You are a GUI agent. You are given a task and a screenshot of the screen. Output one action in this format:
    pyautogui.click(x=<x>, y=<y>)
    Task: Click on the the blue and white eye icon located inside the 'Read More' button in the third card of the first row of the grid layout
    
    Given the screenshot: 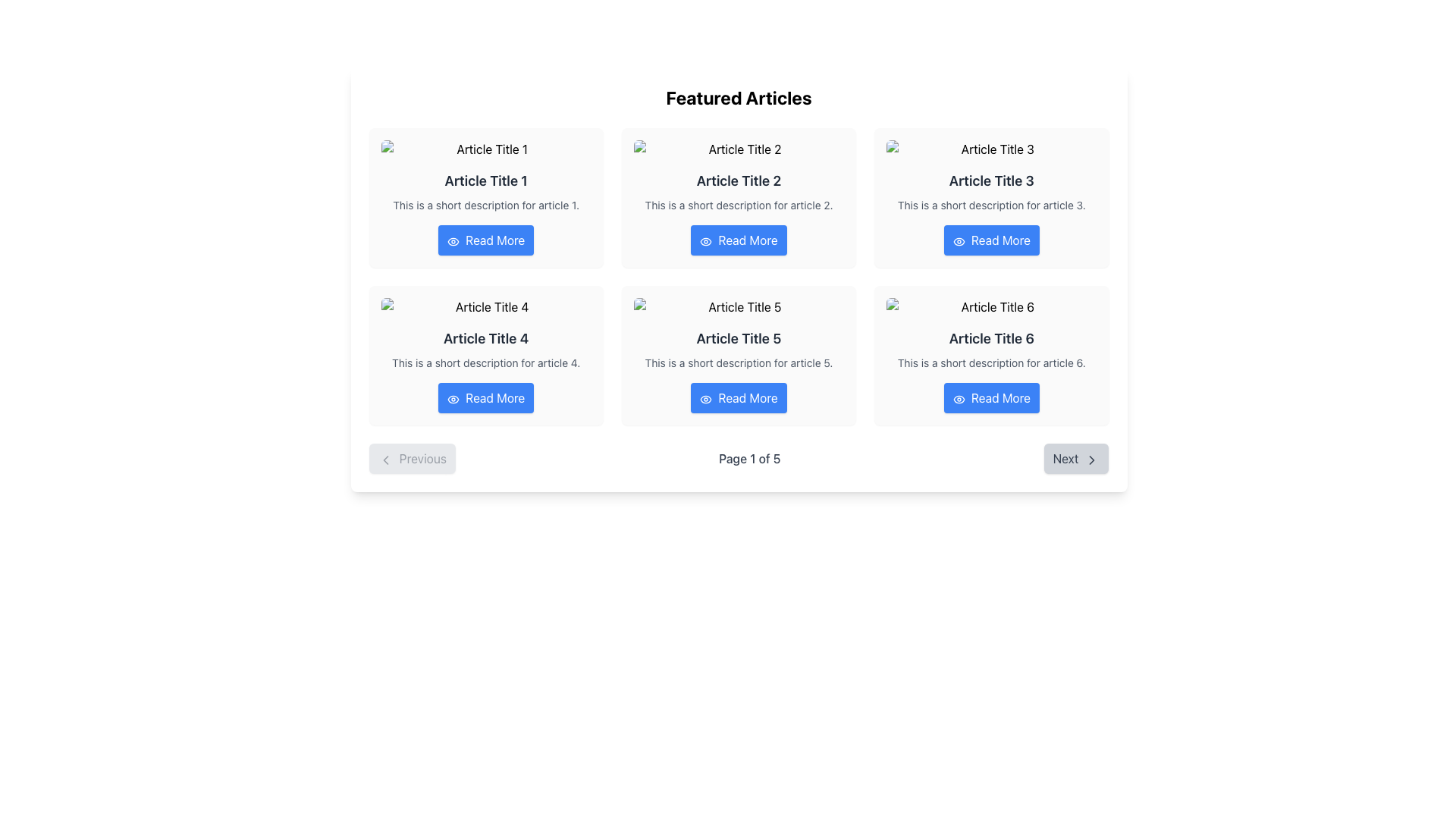 What is the action you would take?
    pyautogui.click(x=958, y=240)
    